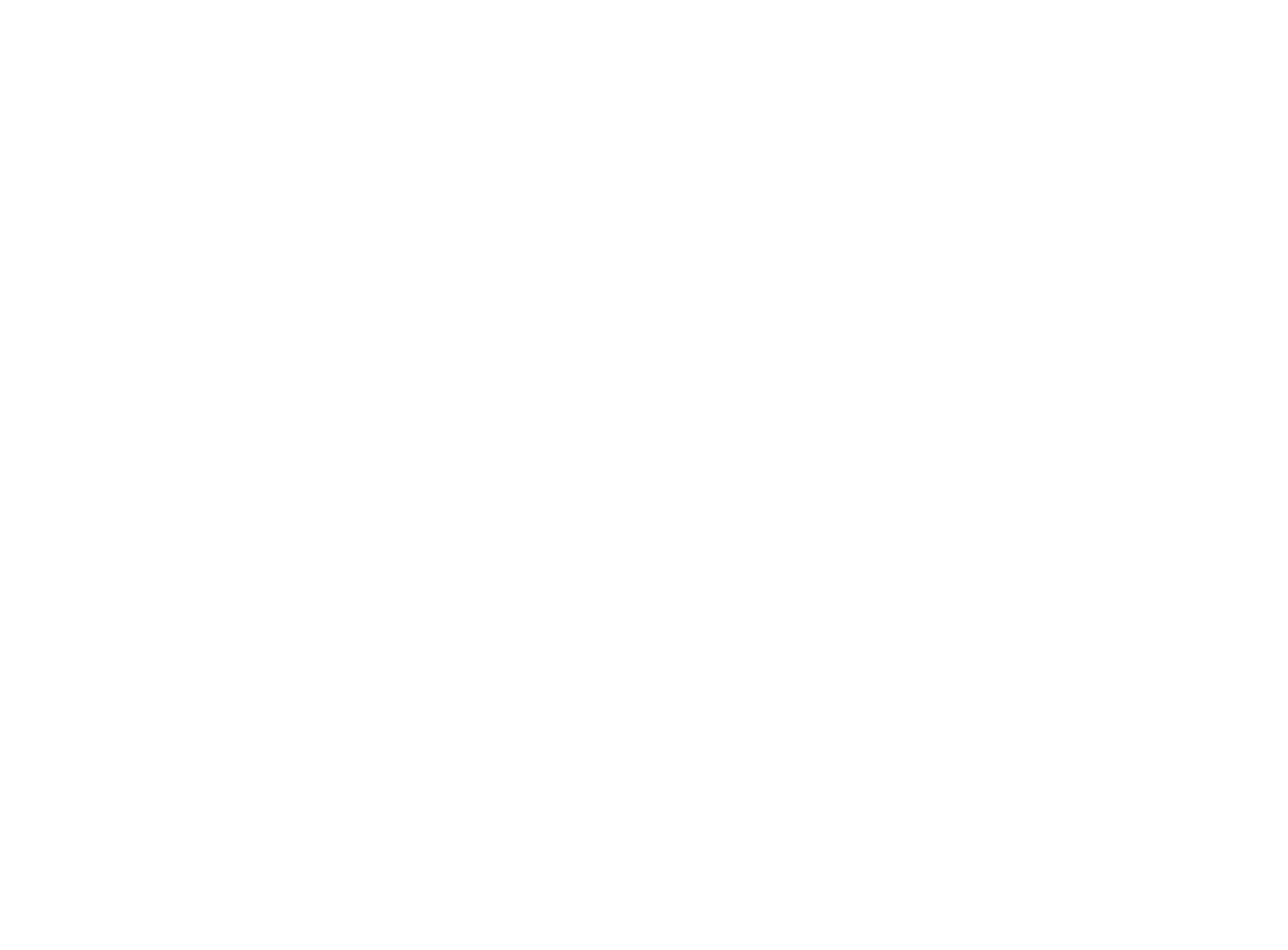  I want to click on 'Booth was selected to be the 2019 Student Preacher by a committee convened by Duke Chapel.', so click(640, 693).